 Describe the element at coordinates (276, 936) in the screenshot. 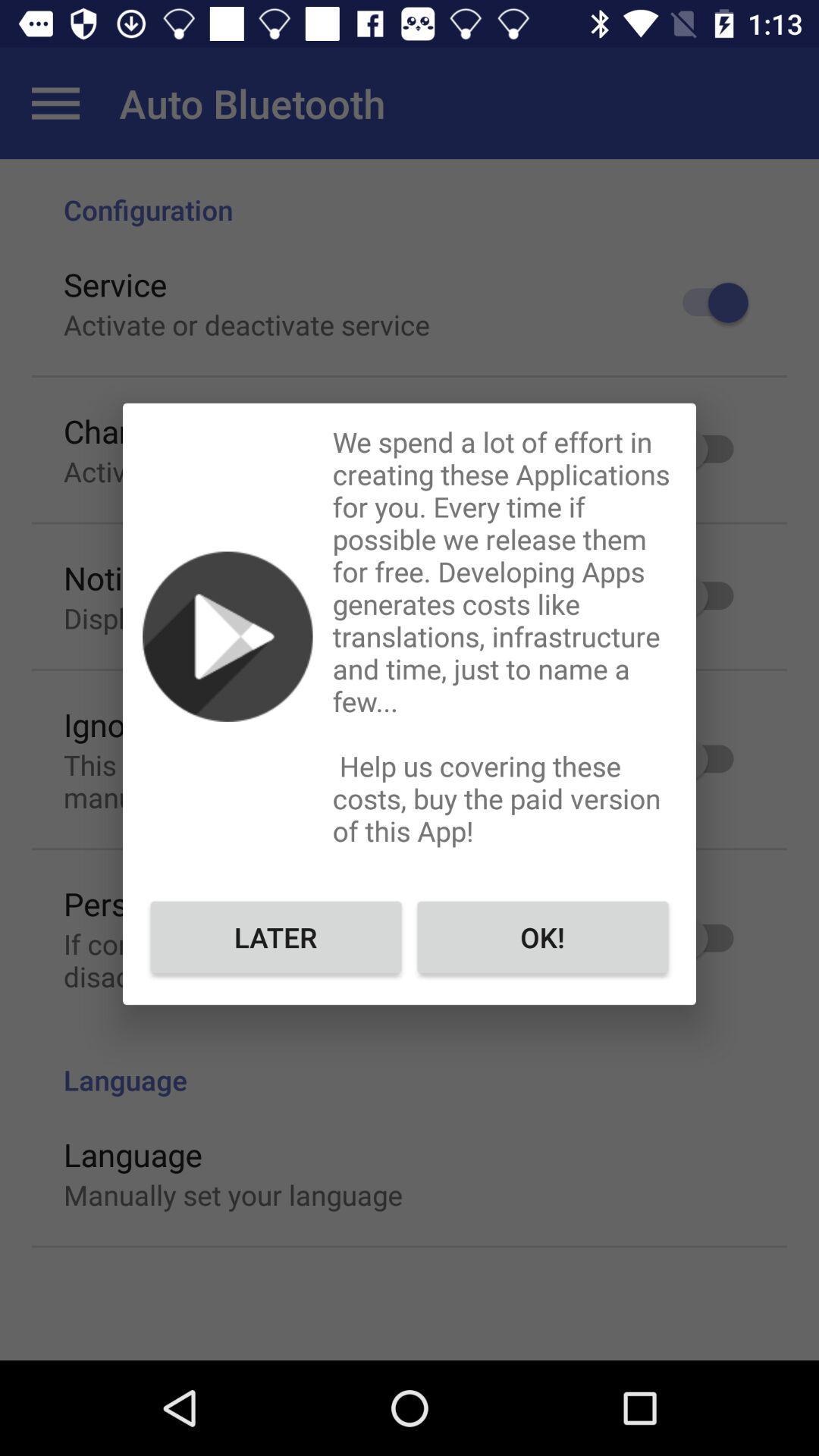

I see `later icon` at that location.